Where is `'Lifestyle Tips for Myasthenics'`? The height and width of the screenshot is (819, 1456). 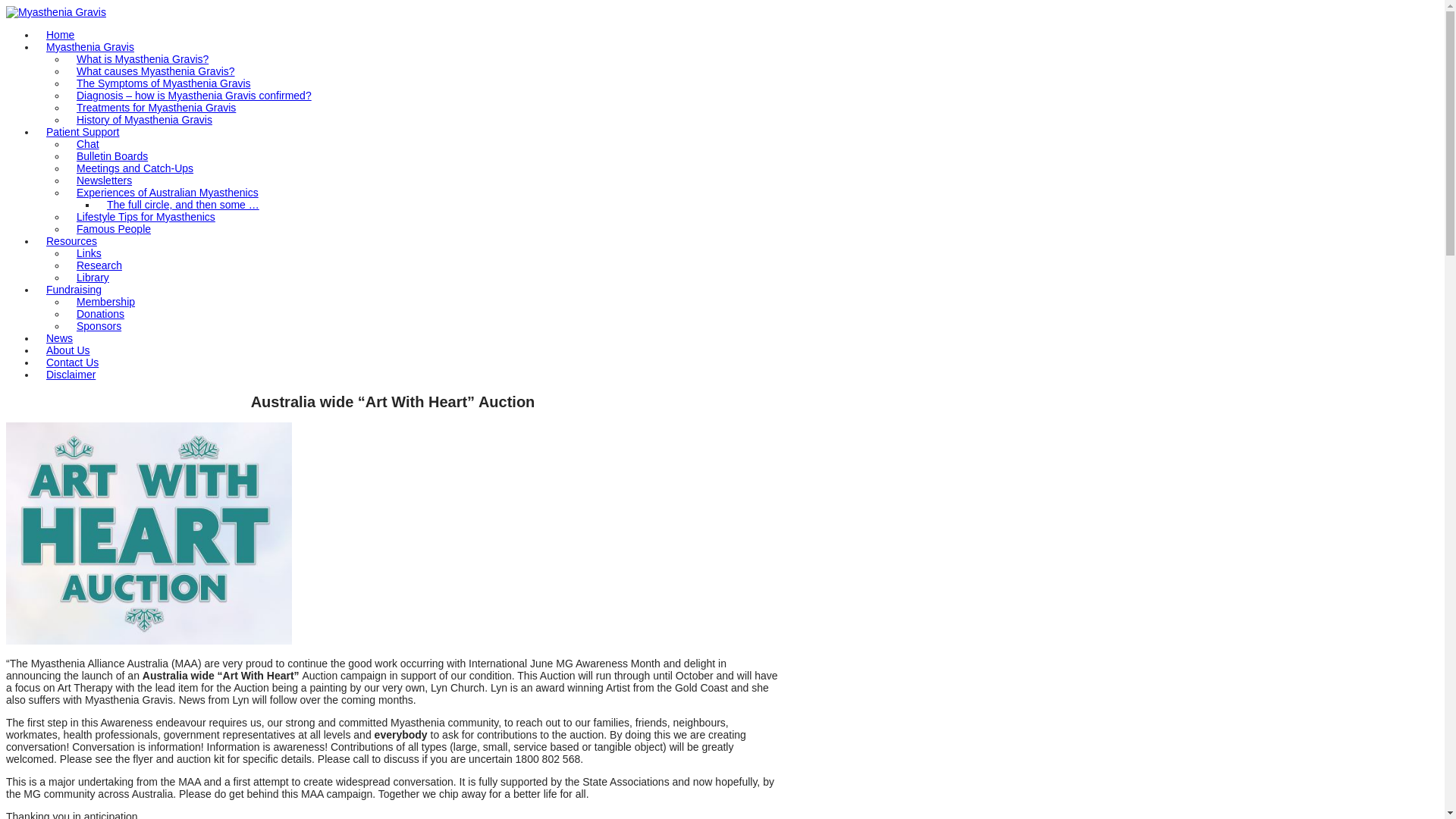
'Lifestyle Tips for Myasthenics' is located at coordinates (65, 216).